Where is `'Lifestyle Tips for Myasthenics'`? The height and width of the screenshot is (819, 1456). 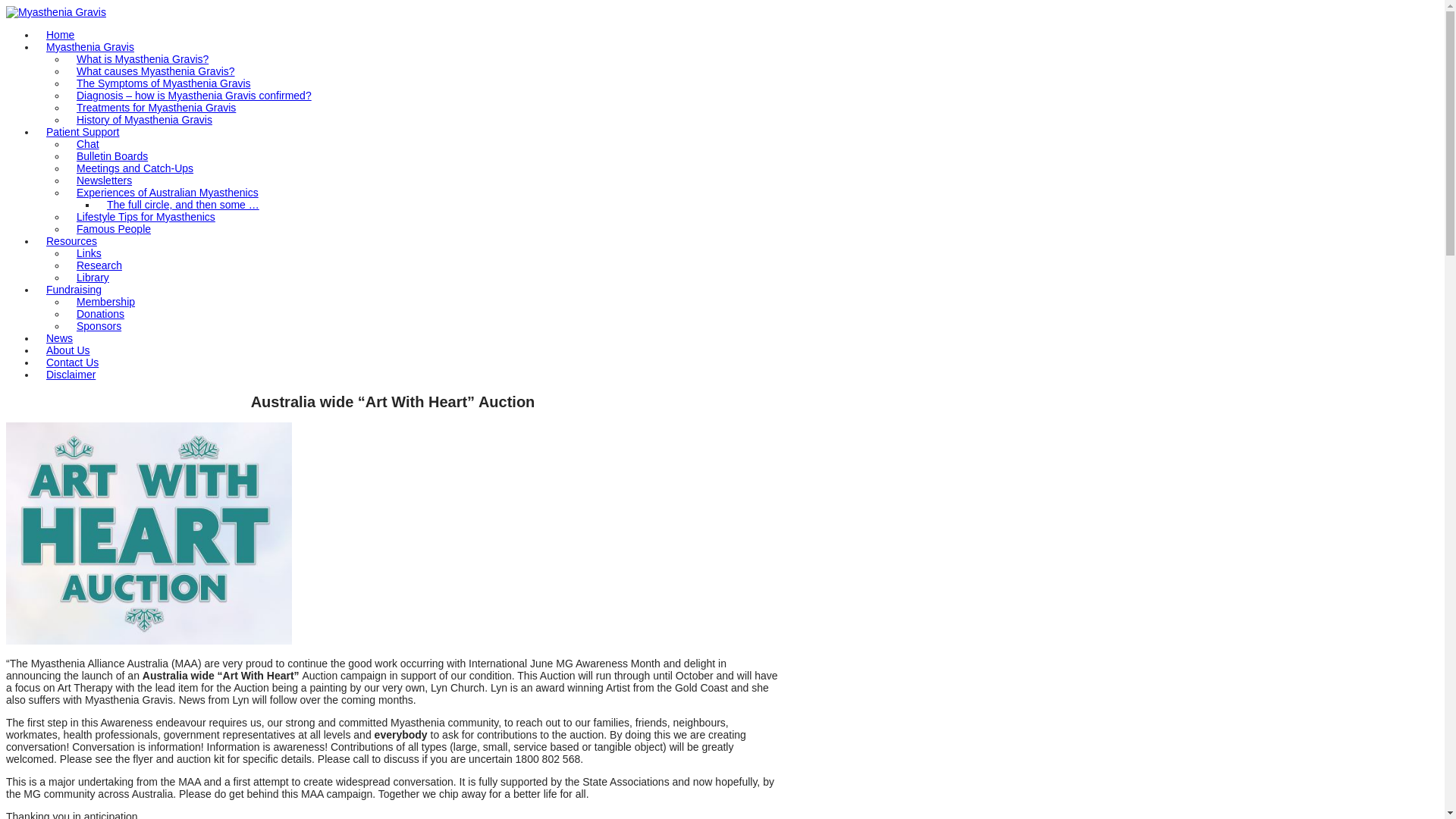
'Lifestyle Tips for Myasthenics' is located at coordinates (65, 216).